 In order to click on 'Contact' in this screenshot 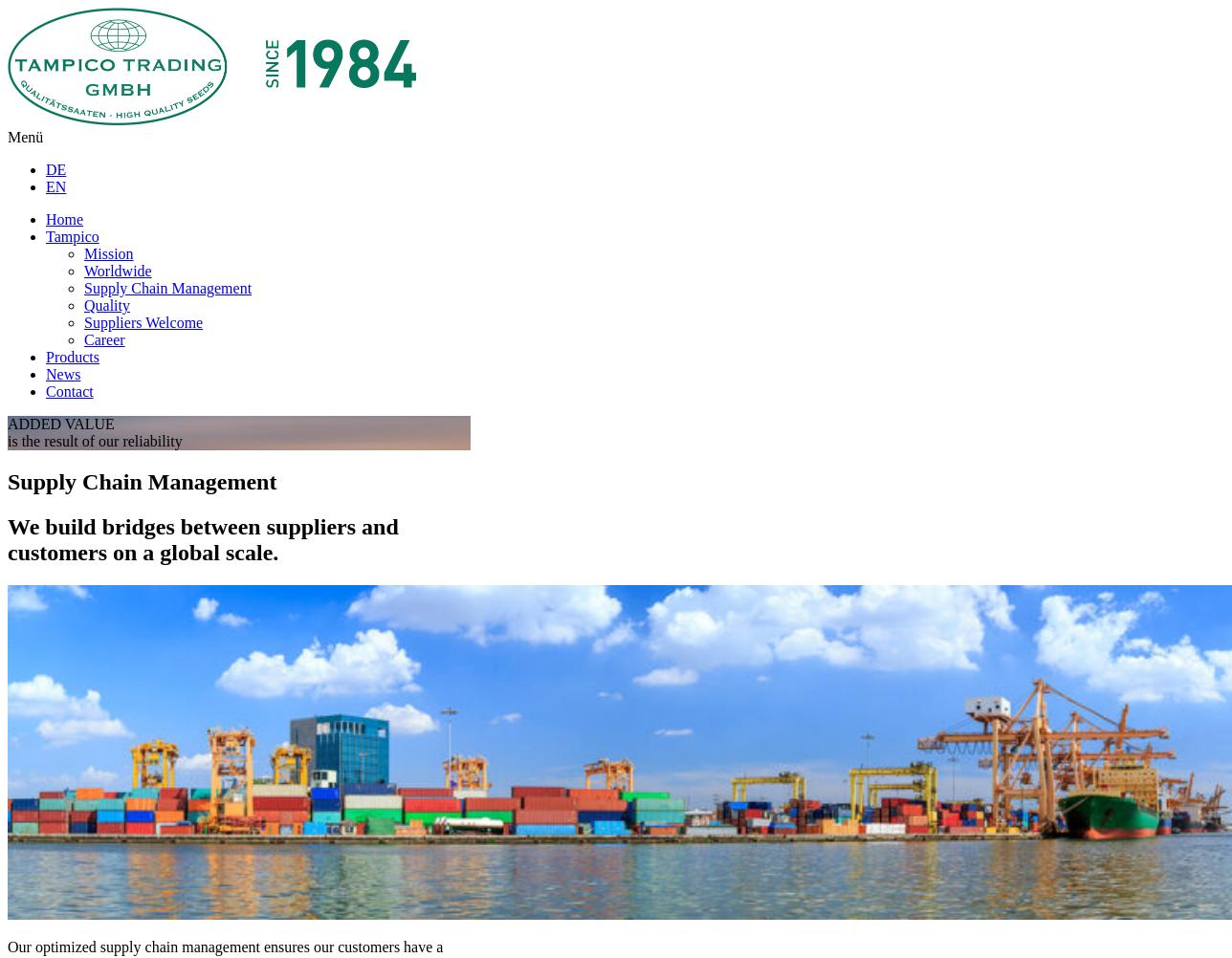, I will do `click(69, 391)`.